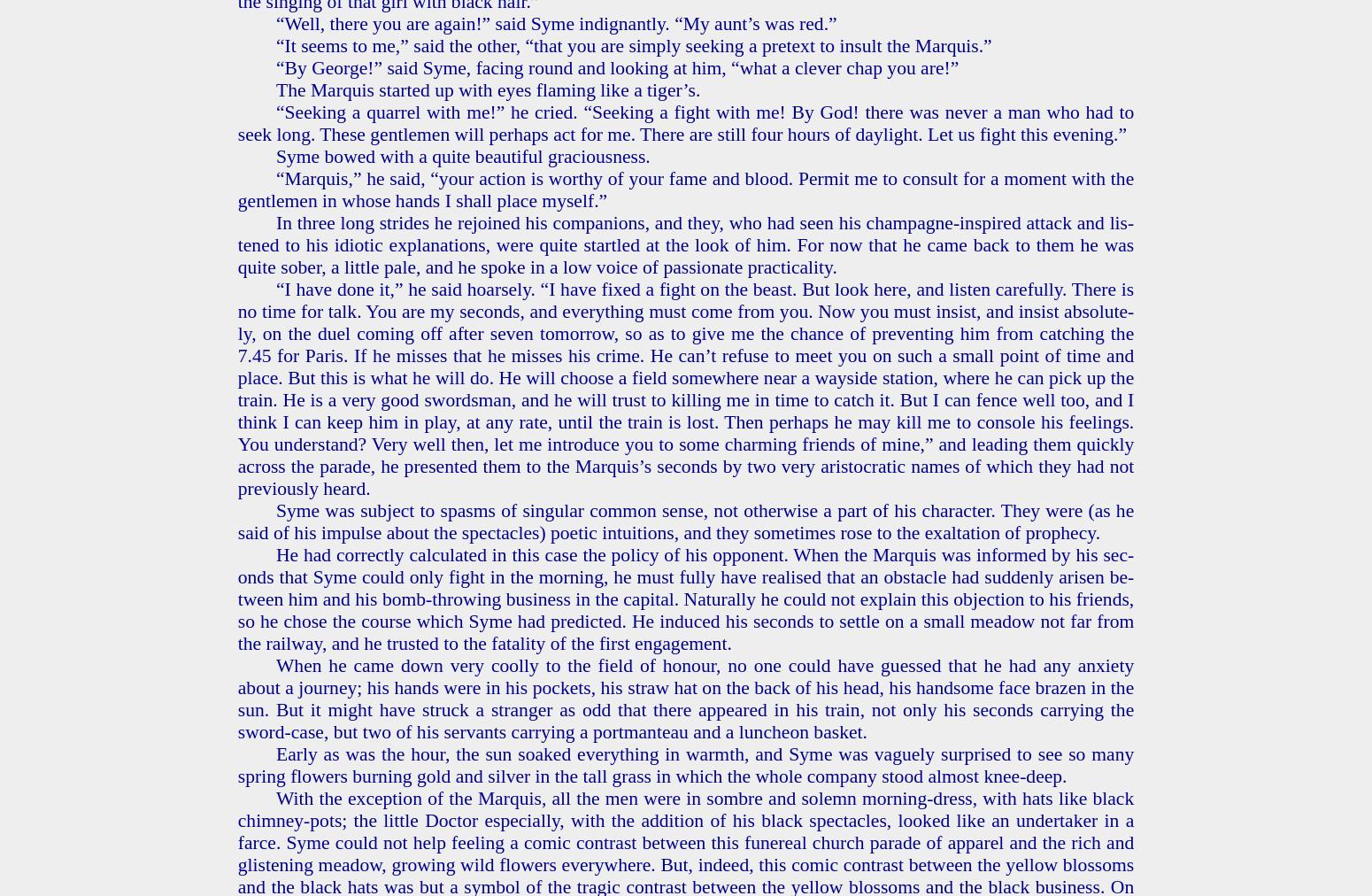  What do you see at coordinates (685, 599) in the screenshot?
I see `'He had cor­rect­ly cal­cu­lat­ed in this case the pol­i­cy of his op­po­nent. When the Mar­quis was in­formed by his sec­onds that Syme could only fight in the morn­ing, he must fully have re­alised that an ob­sta­cle had sud­den­ly arisen be­tween him and his bomb-throw­ing busi­ness in the cap­i­tal. Nat­u­ral­ly he could not ex­plain this ob­jec­tion to his friends, so he chose the course which Syme had pre­dict­ed. He in­duced his sec­onds to set­tle on a small mead­ow not far from the rail­way, and he trust­ed to the fa­tal­i­ty of the first en­gage­ment.'` at bounding box center [685, 599].